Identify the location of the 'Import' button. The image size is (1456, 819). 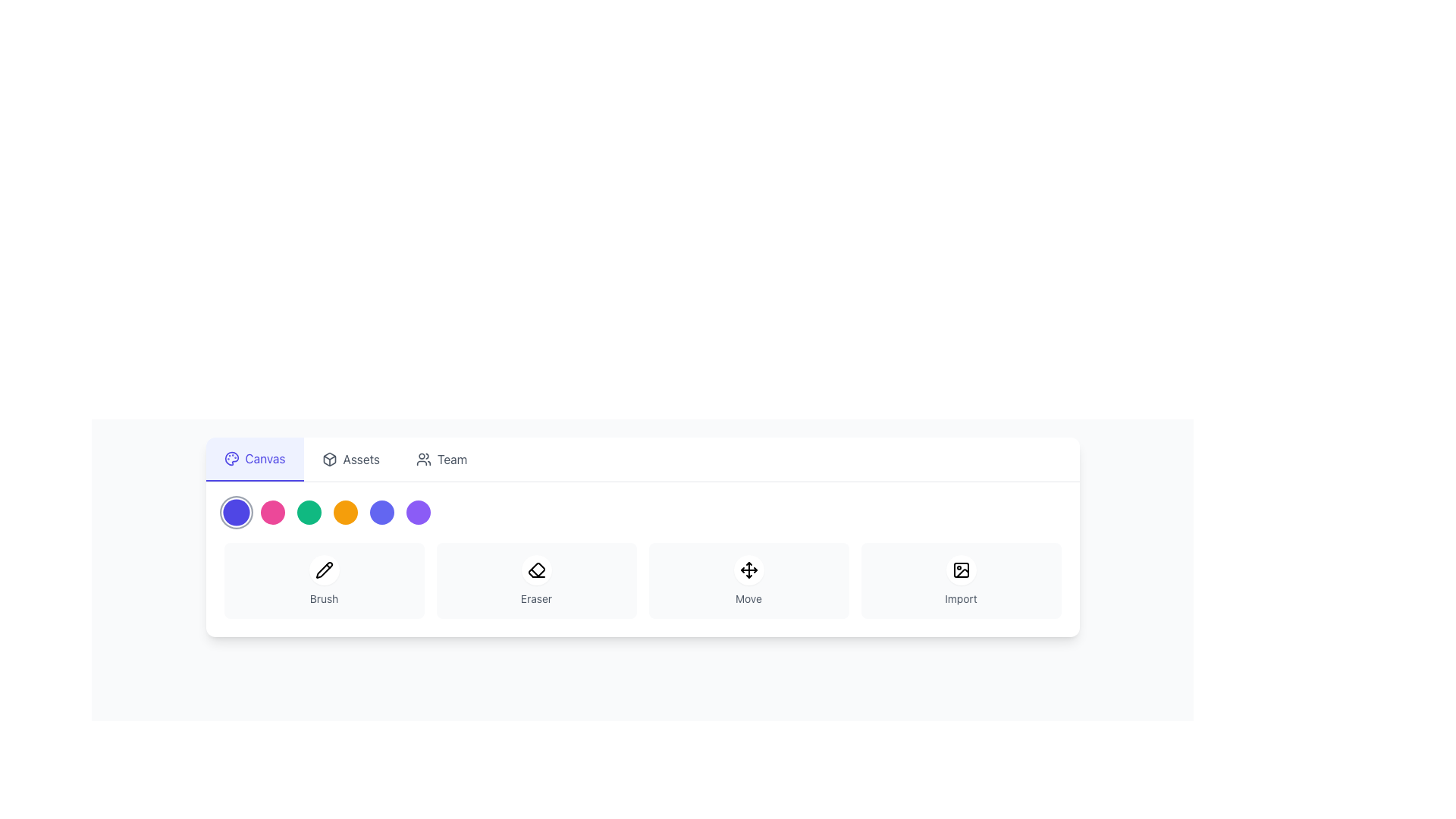
(960, 580).